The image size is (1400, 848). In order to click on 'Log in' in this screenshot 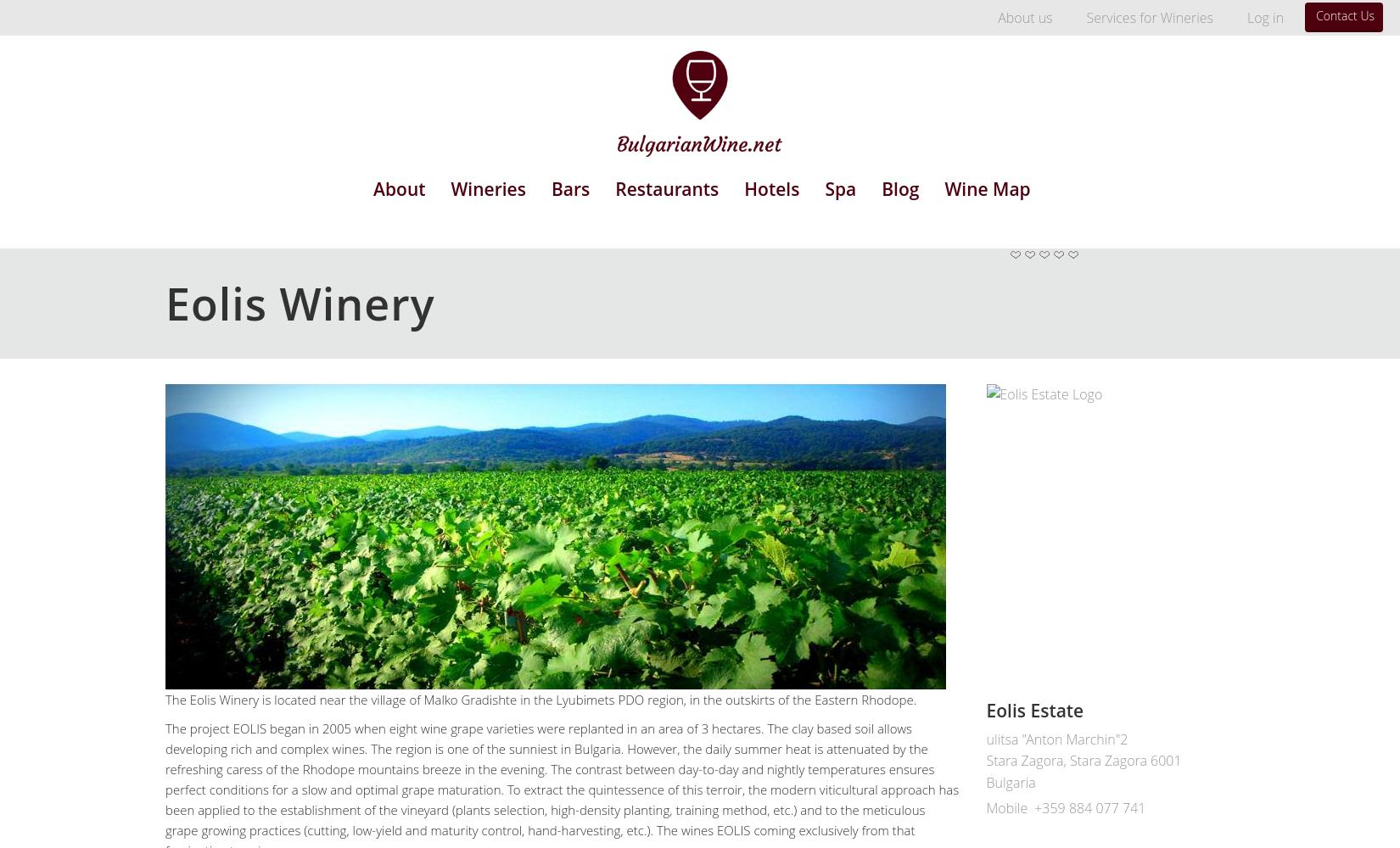, I will do `click(1245, 18)`.